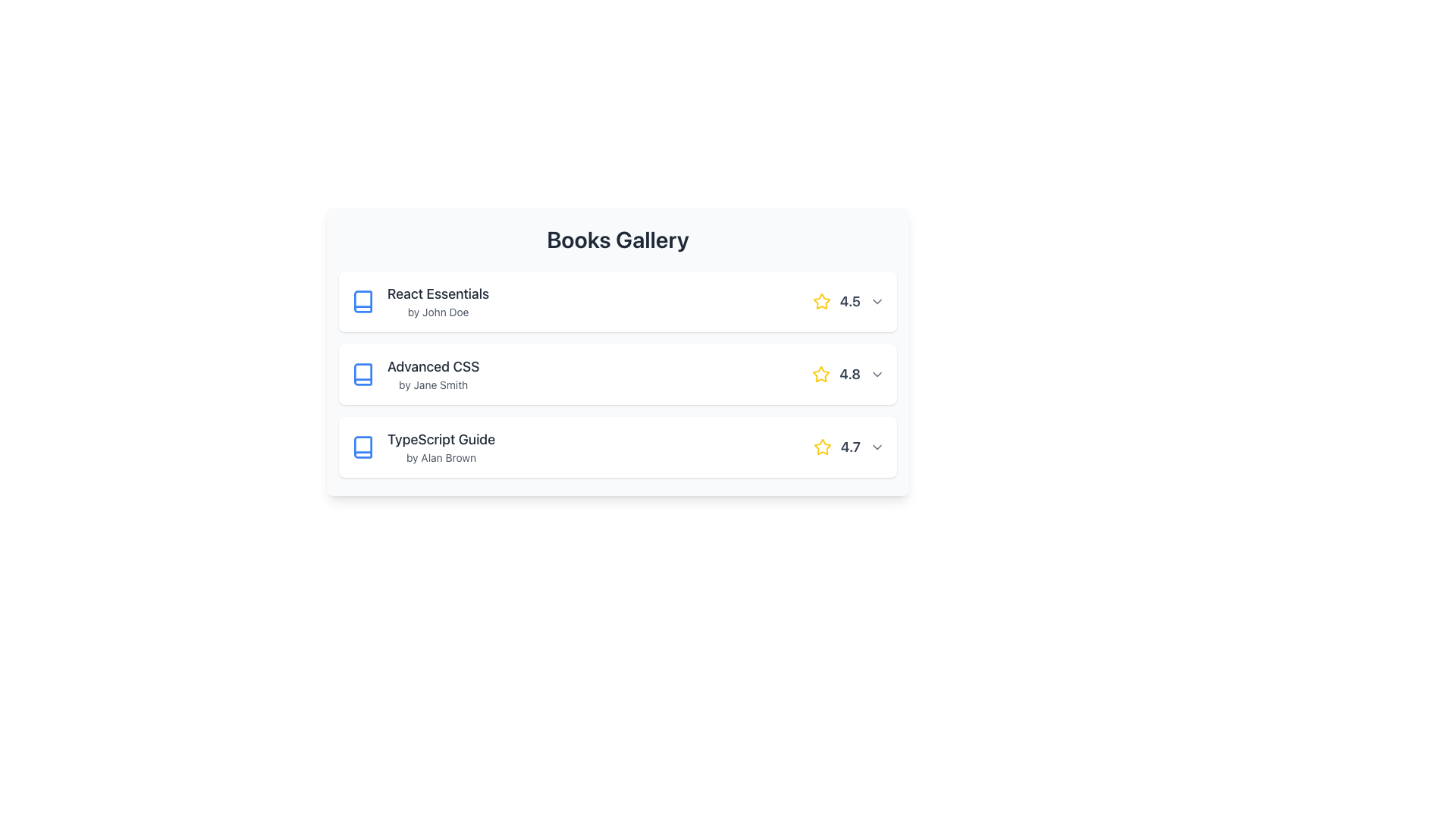 The height and width of the screenshot is (819, 1456). What do you see at coordinates (441, 447) in the screenshot?
I see `the Text Label displaying the title and author of a book, located in the third row of the book entries list` at bounding box center [441, 447].